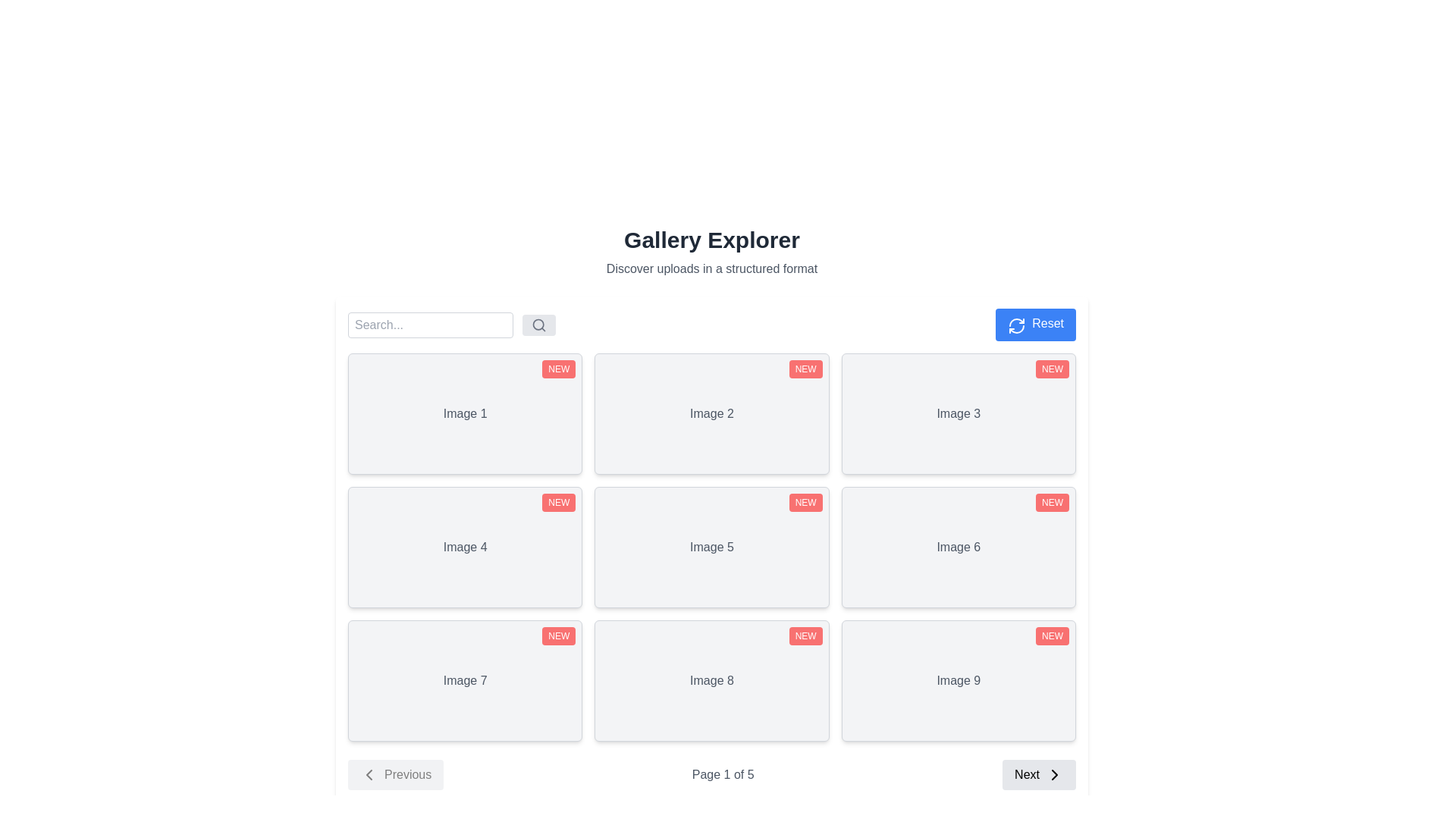 Image resolution: width=1456 pixels, height=819 pixels. Describe the element at coordinates (711, 547) in the screenshot. I see `the text label displaying 'Image 5' in a gray font, which is centered within the fifth image preview box on the second row of the grid layout` at that location.